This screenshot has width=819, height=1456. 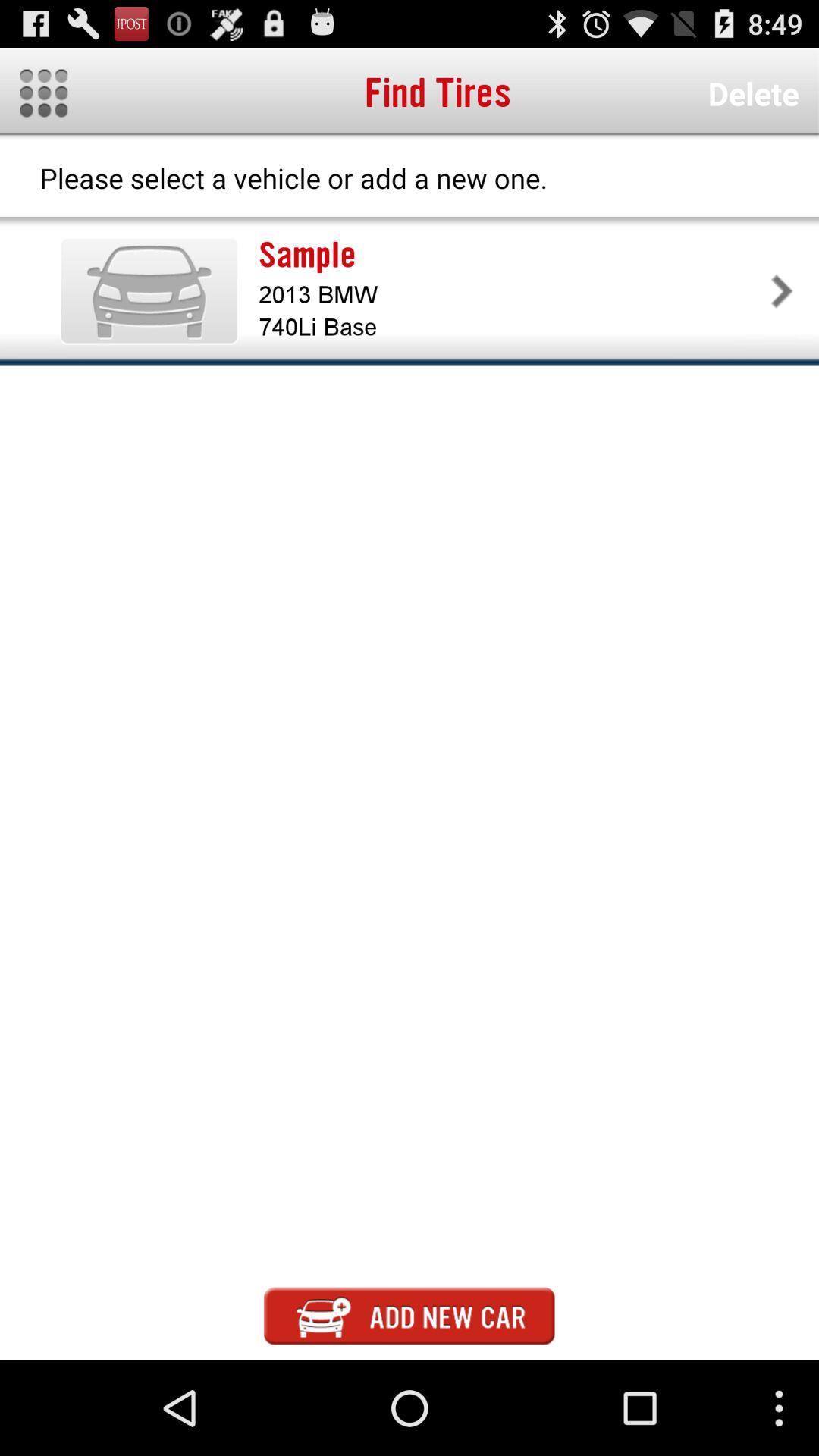 I want to click on the app to the left of sample app, so click(x=149, y=290).